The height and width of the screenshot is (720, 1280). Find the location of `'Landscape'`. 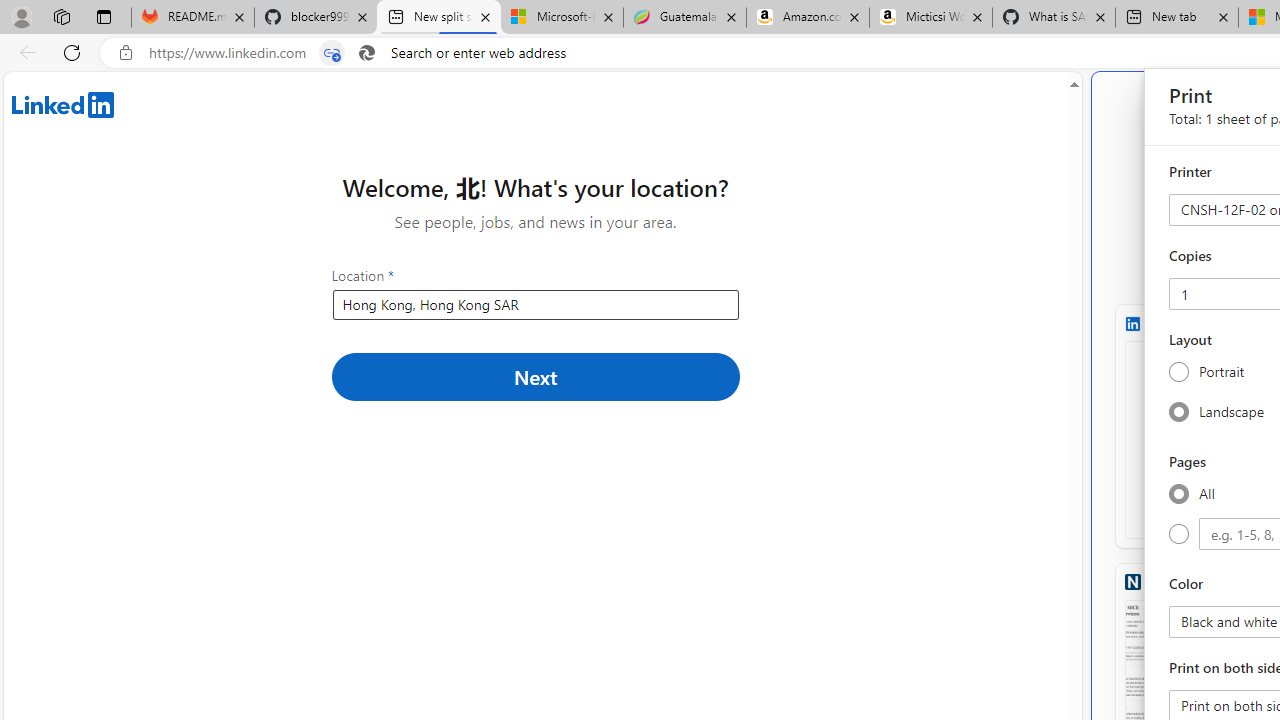

'Landscape' is located at coordinates (1178, 410).